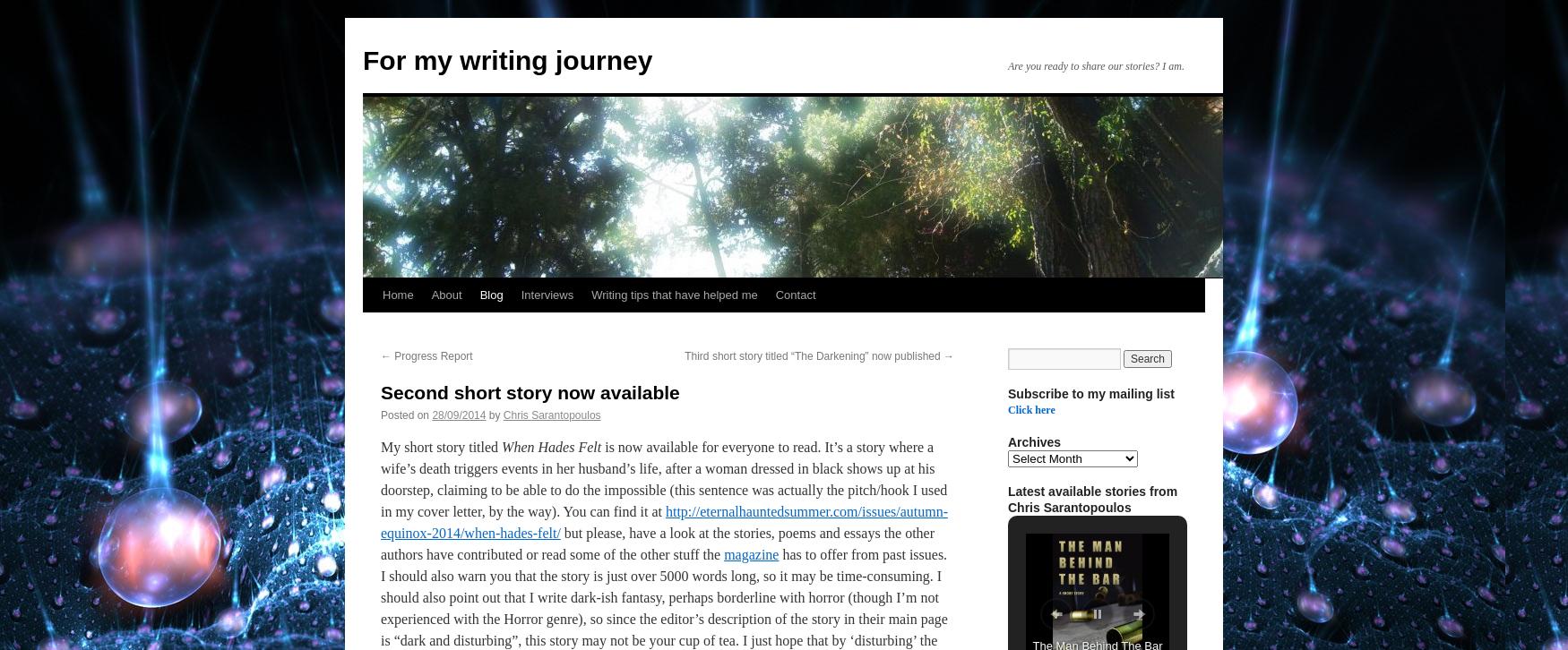  What do you see at coordinates (551, 415) in the screenshot?
I see `'Chris Sarantopoulos'` at bounding box center [551, 415].